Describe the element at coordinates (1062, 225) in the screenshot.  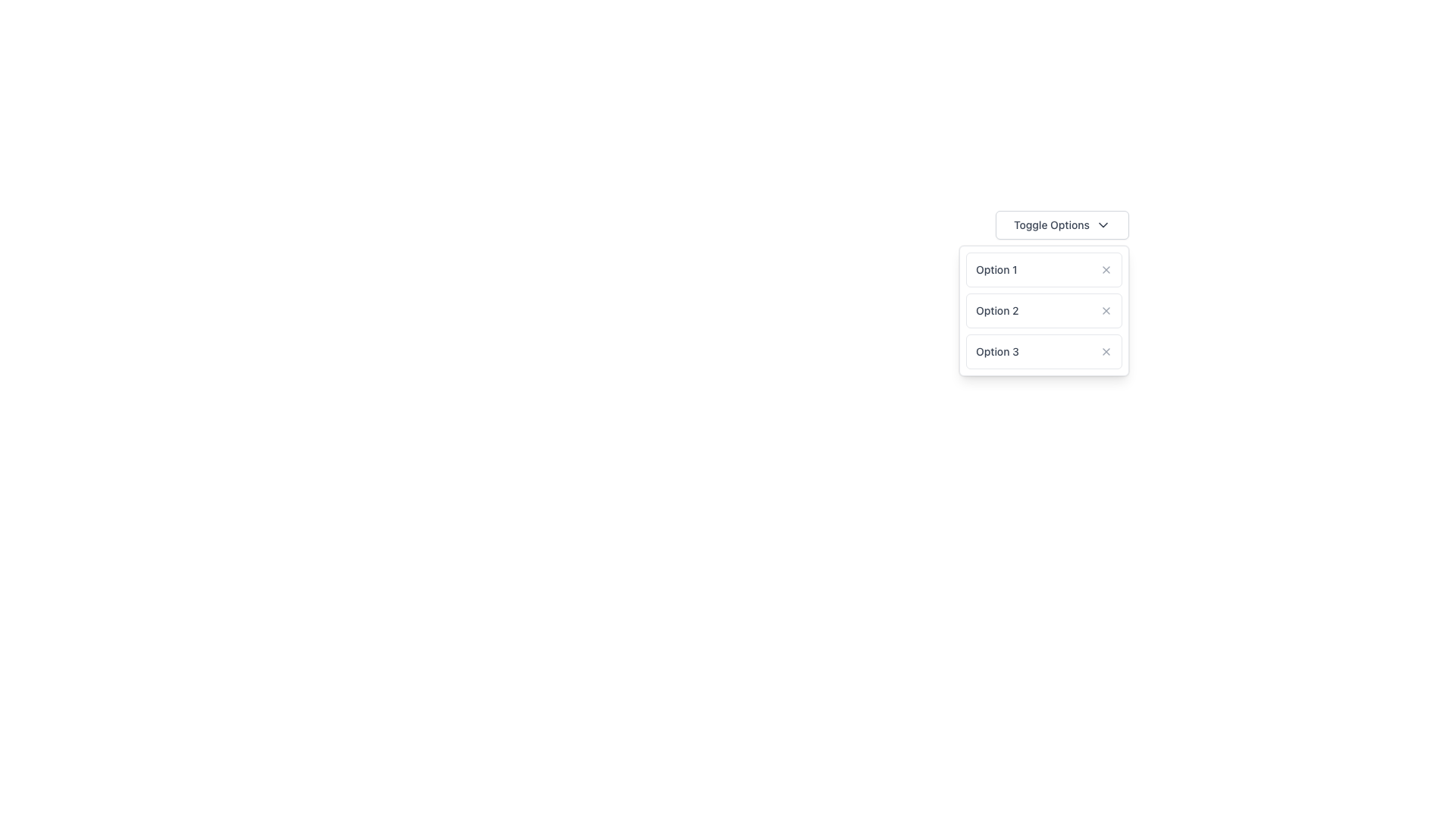
I see `the Dropdown Toggle Button located near the top of the vertical layout` at that location.